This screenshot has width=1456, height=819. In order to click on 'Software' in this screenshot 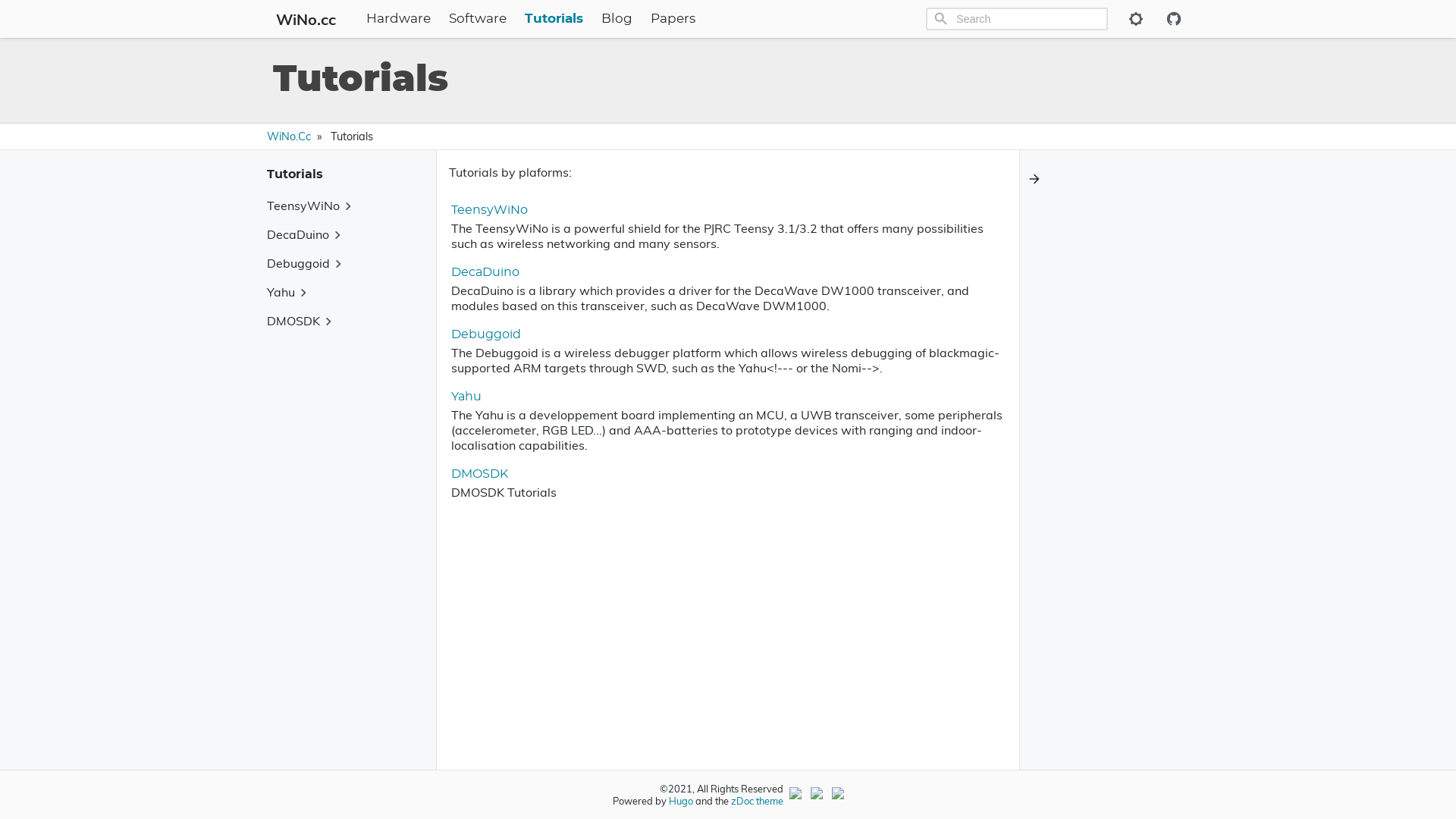, I will do `click(476, 18)`.